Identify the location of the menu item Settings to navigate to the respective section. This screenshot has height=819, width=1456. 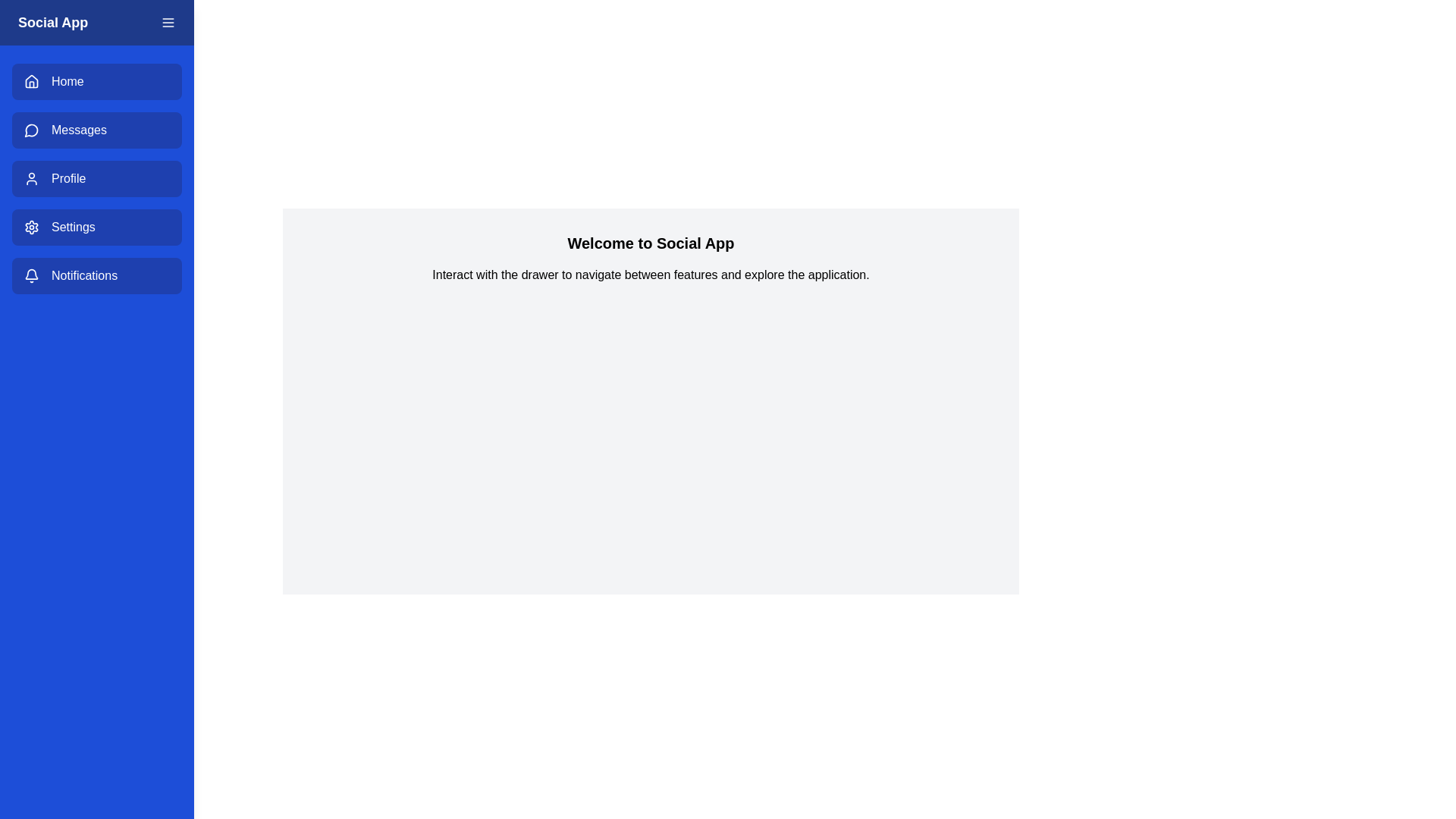
(96, 227).